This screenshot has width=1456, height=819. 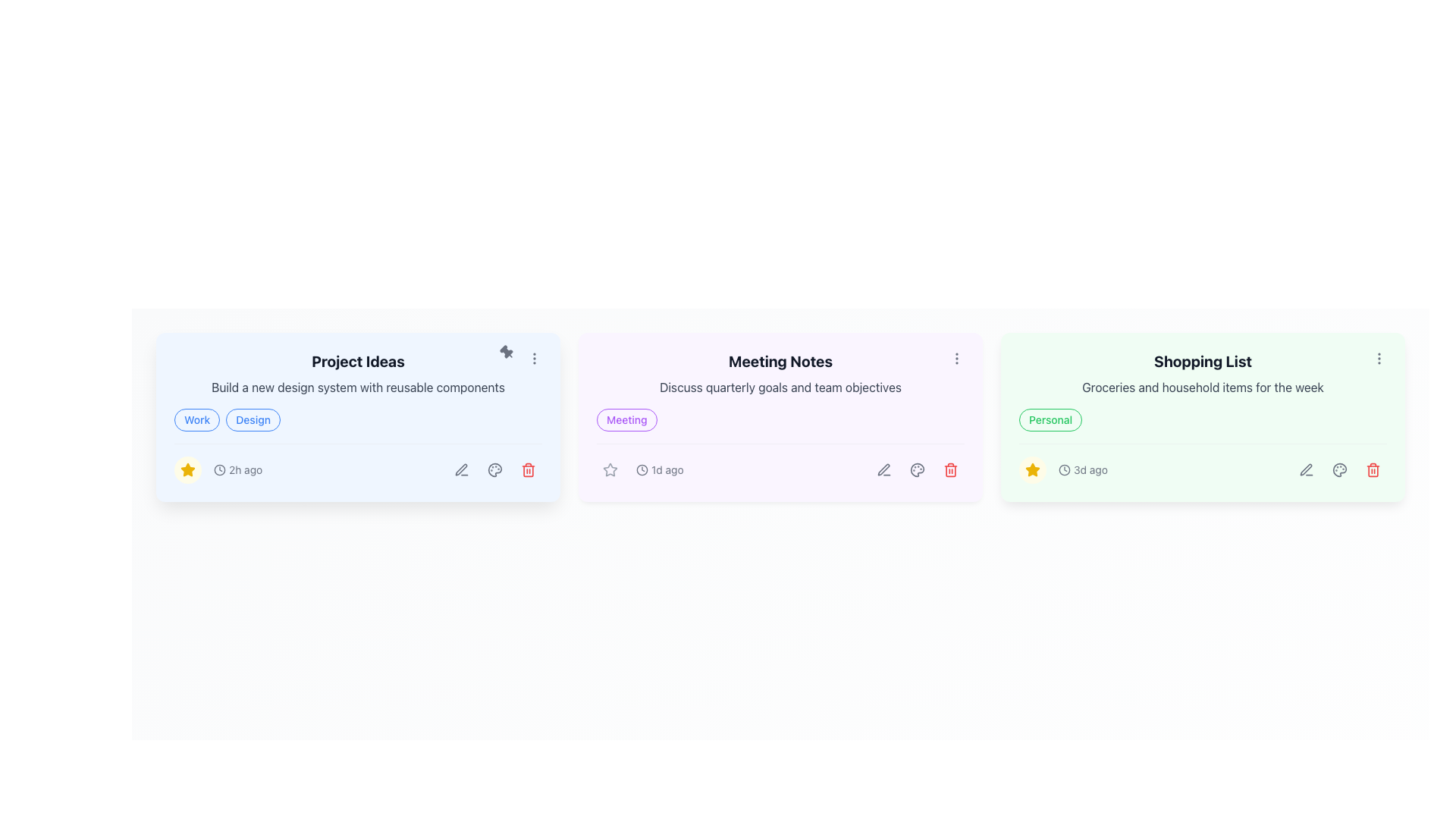 I want to click on the small red trash icon button located at the far right of the interaction options beneath the 'Meeting Notes' card, so click(x=949, y=469).